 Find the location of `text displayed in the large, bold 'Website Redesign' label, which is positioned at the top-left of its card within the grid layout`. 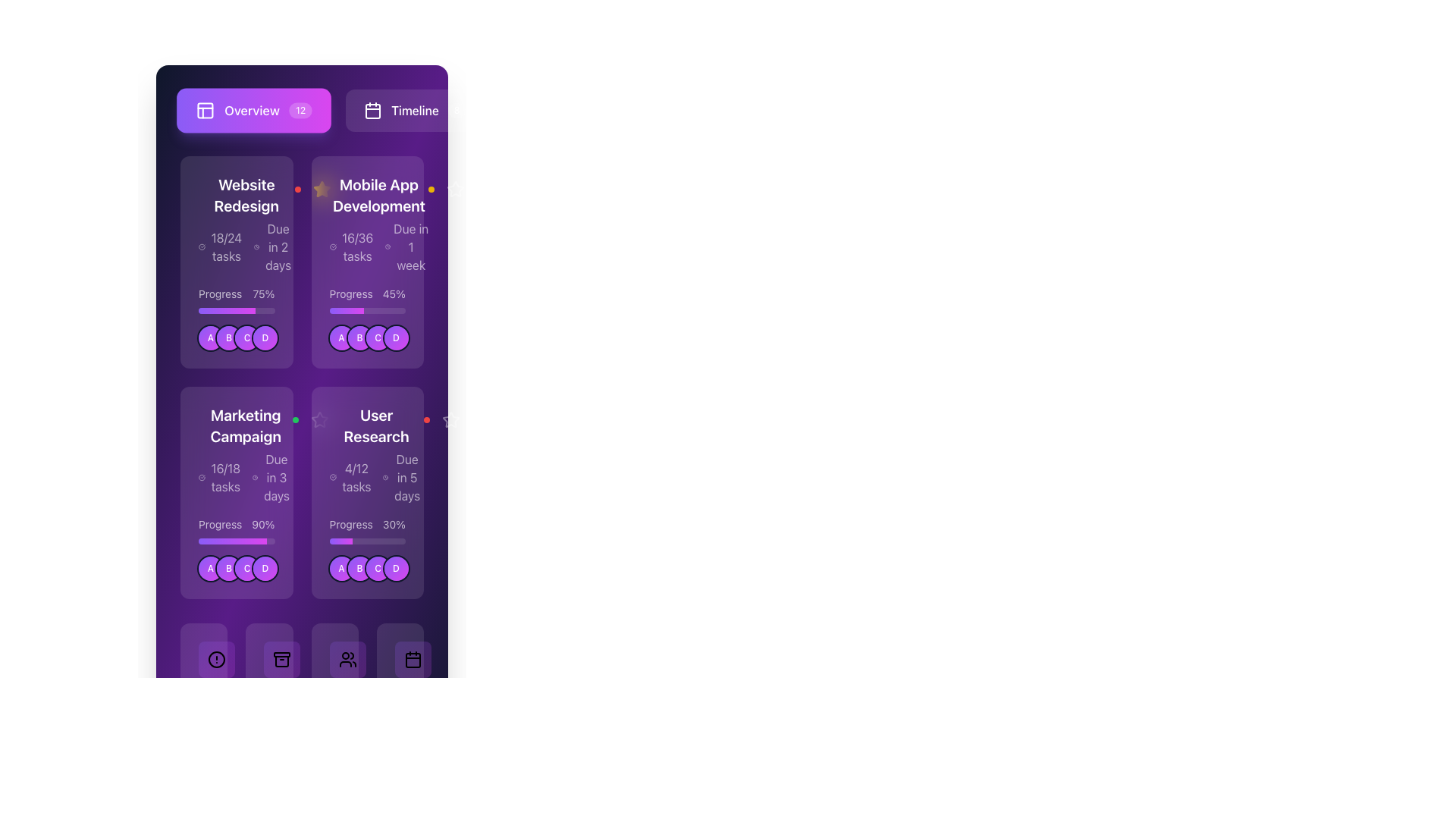

text displayed in the large, bold 'Website Redesign' label, which is positioned at the top-left of its card within the grid layout is located at coordinates (246, 195).